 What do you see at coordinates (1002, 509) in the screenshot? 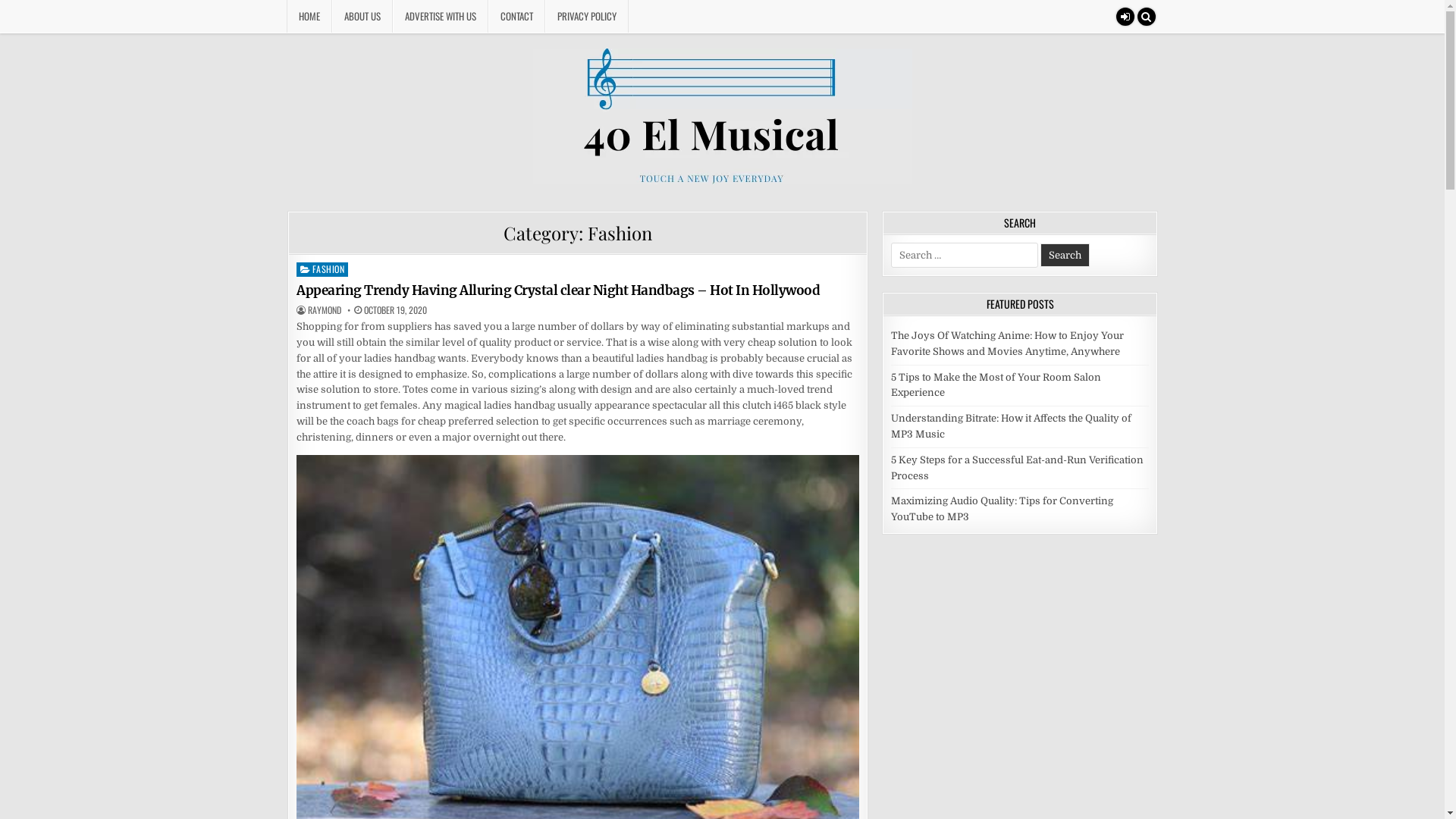
I see `'Maximizing Audio Quality: Tips for Converting YouTube to MP3'` at bounding box center [1002, 509].